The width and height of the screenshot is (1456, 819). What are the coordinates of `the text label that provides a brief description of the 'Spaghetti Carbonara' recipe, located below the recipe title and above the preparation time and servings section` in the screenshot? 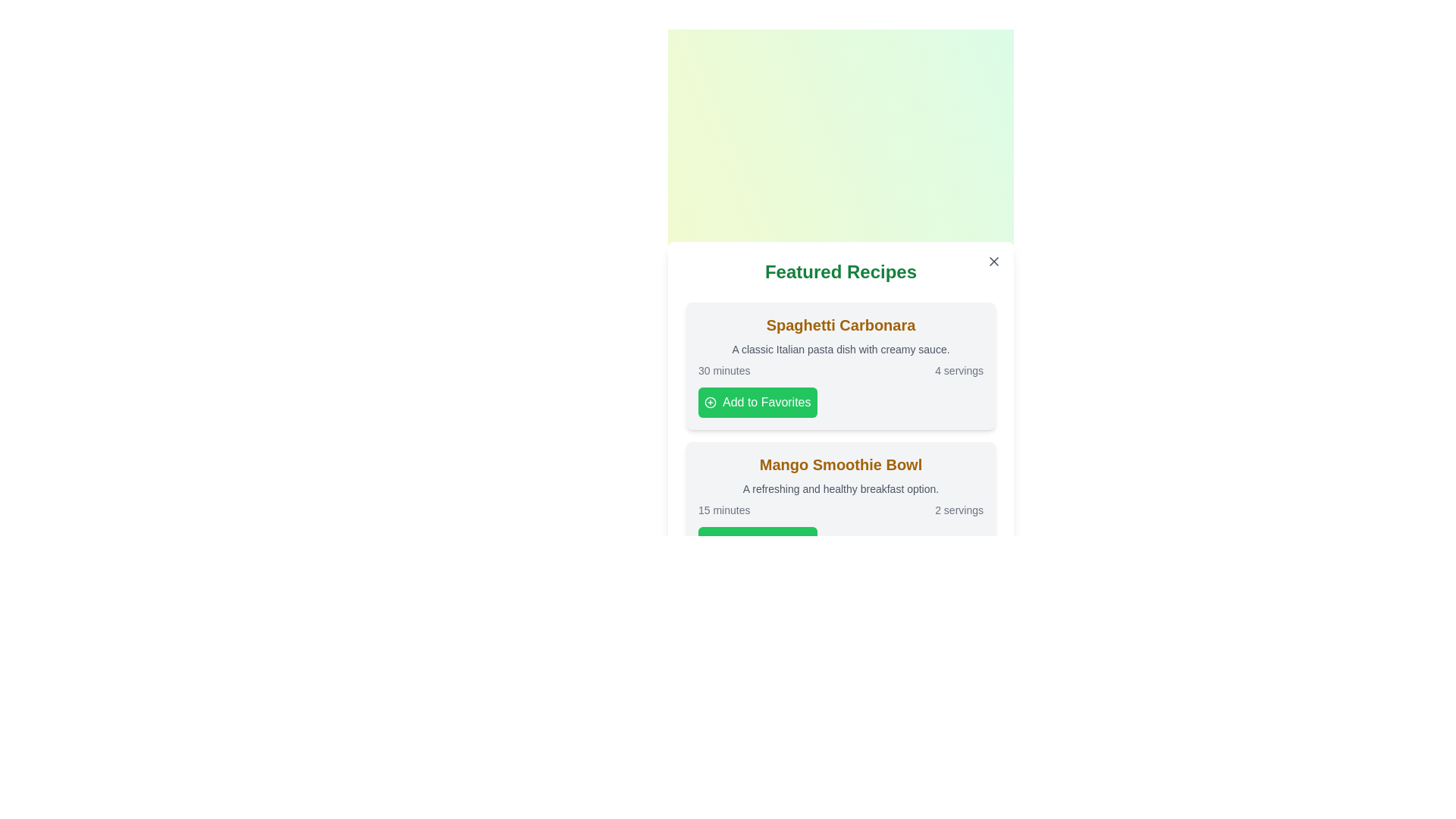 It's located at (839, 350).